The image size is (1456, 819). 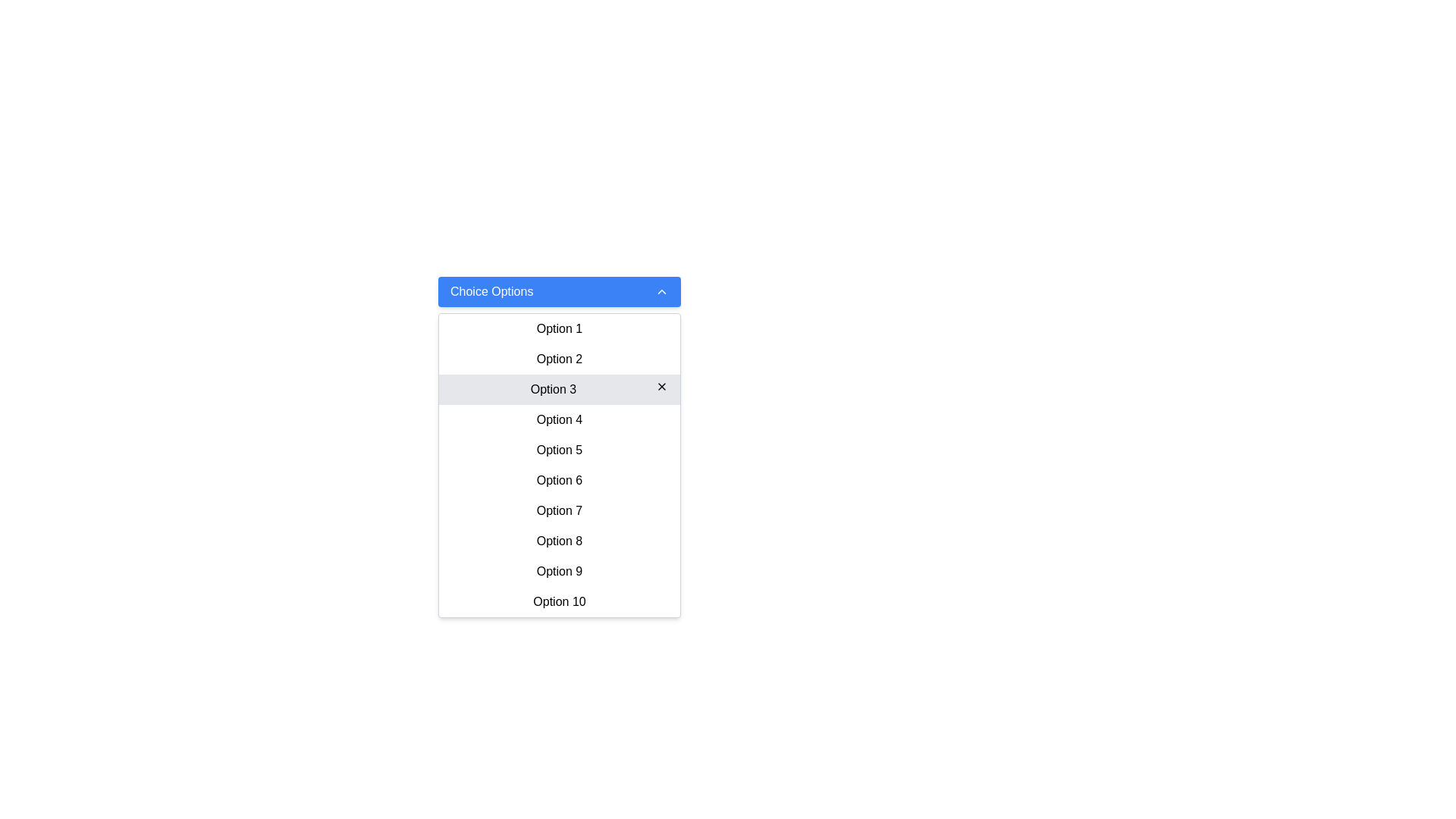 What do you see at coordinates (559, 540) in the screenshot?
I see `the eighth item in the dropdown menu` at bounding box center [559, 540].